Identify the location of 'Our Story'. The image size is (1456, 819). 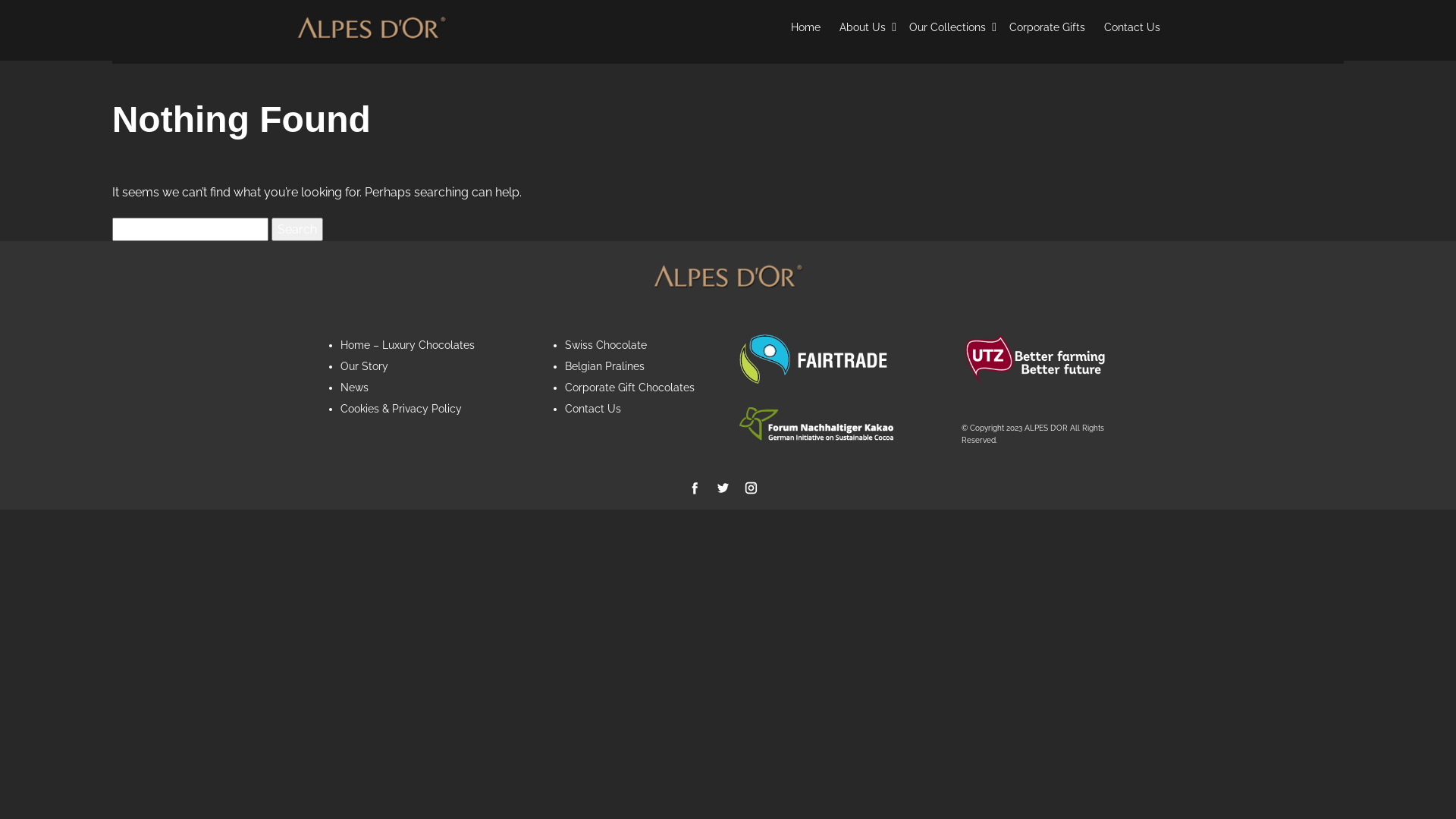
(364, 366).